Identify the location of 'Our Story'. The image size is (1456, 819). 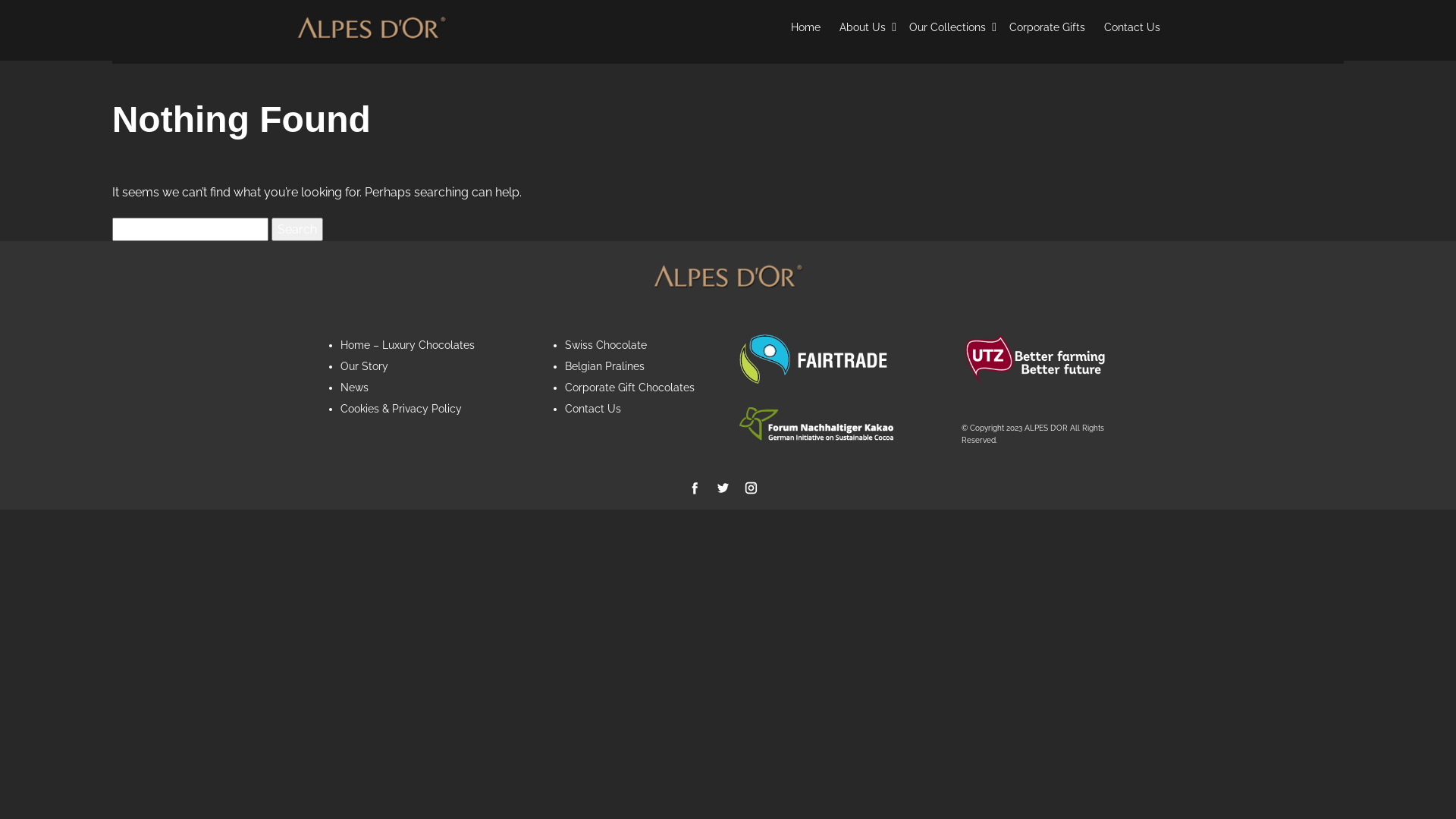
(364, 366).